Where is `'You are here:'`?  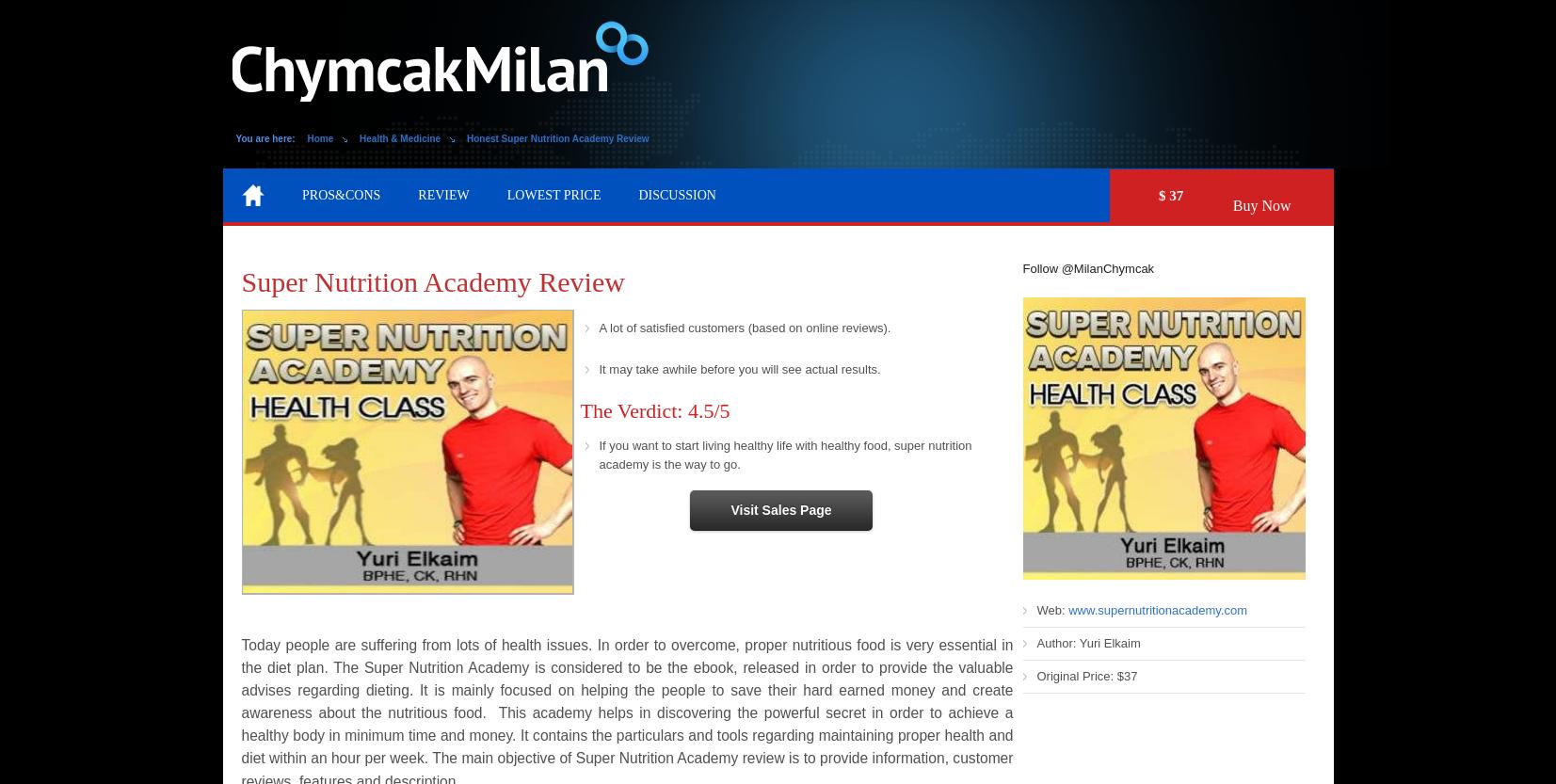 'You are here:' is located at coordinates (264, 138).